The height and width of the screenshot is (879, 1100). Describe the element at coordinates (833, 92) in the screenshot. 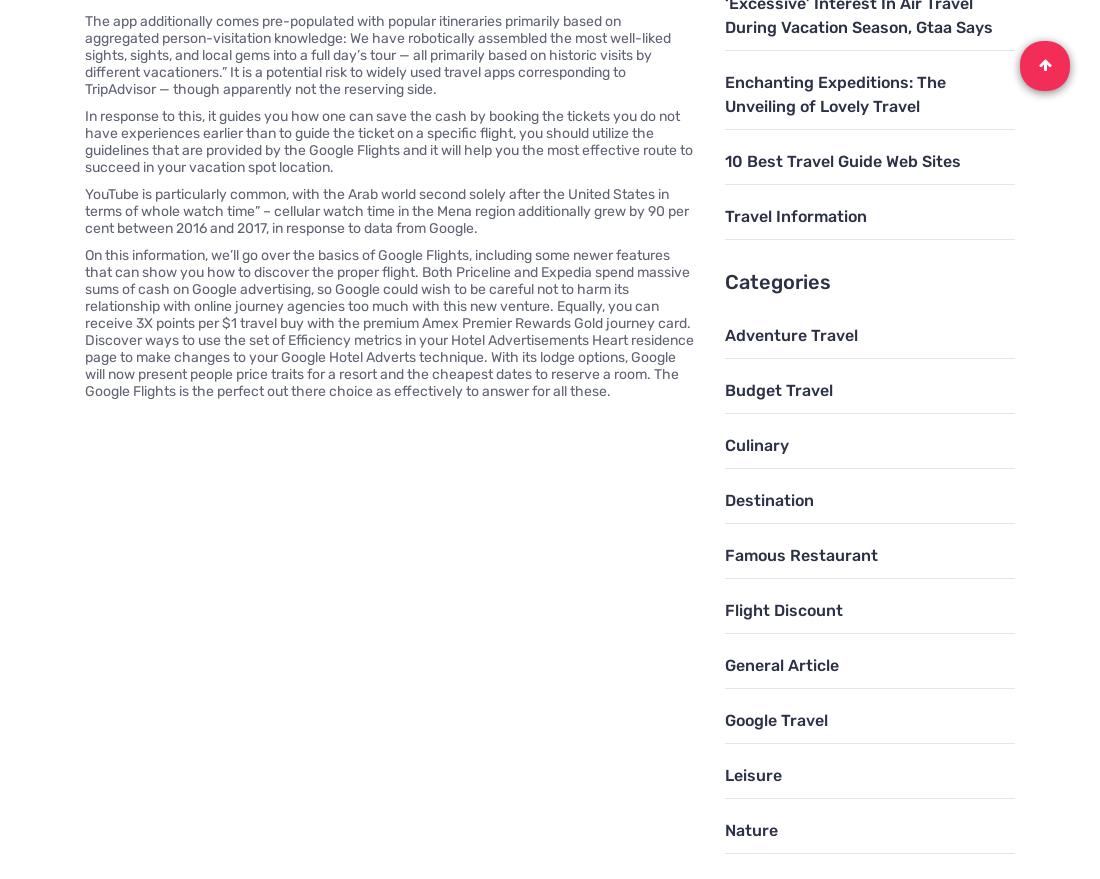

I see `'Enchanting Expeditions: The Unveiling of Lovely Travel'` at that location.